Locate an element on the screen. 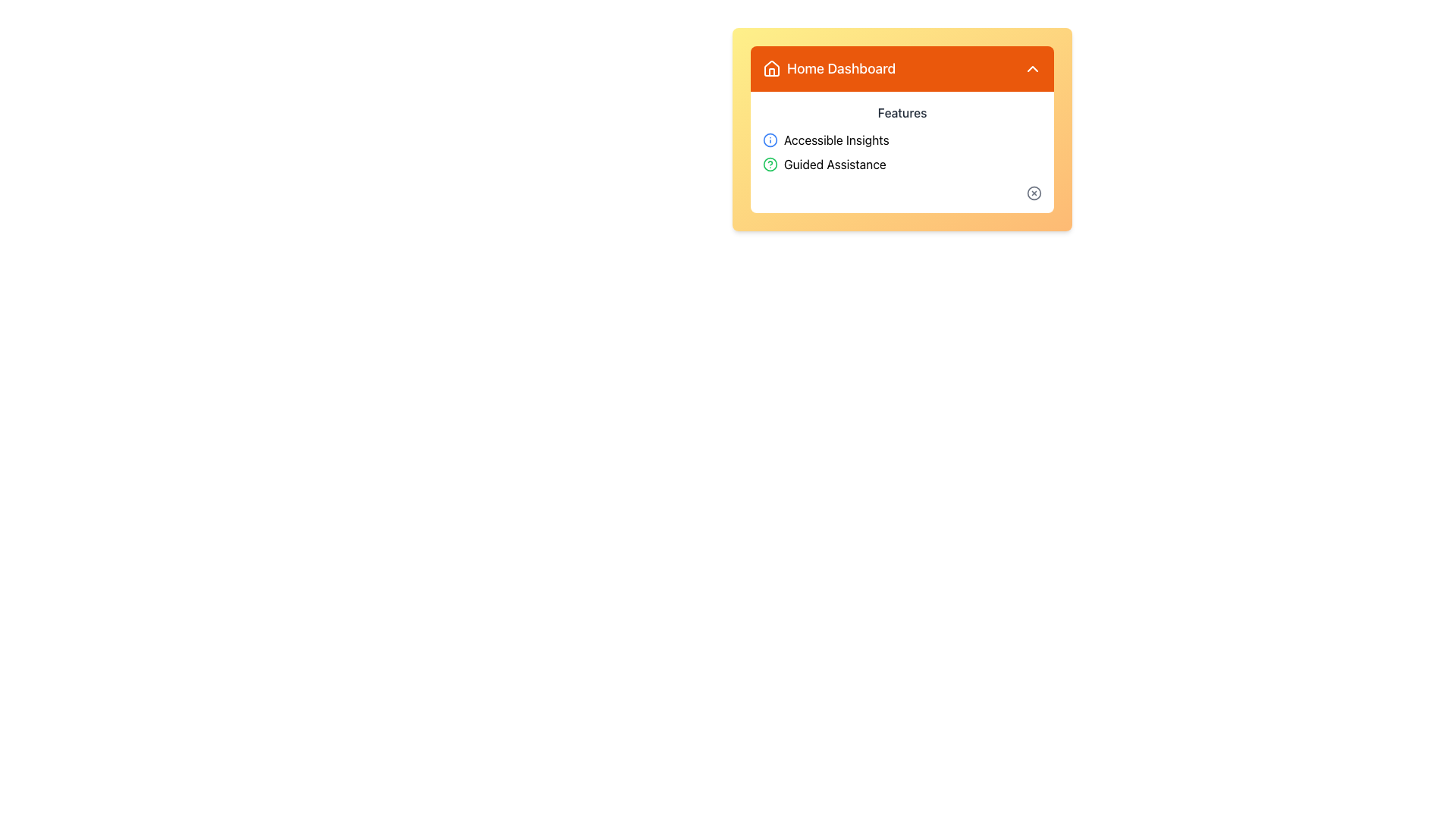  text content of the 'Home Dashboard' label, which is displayed in bold on an orange background bar at the top of the card-like UI component is located at coordinates (840, 69).